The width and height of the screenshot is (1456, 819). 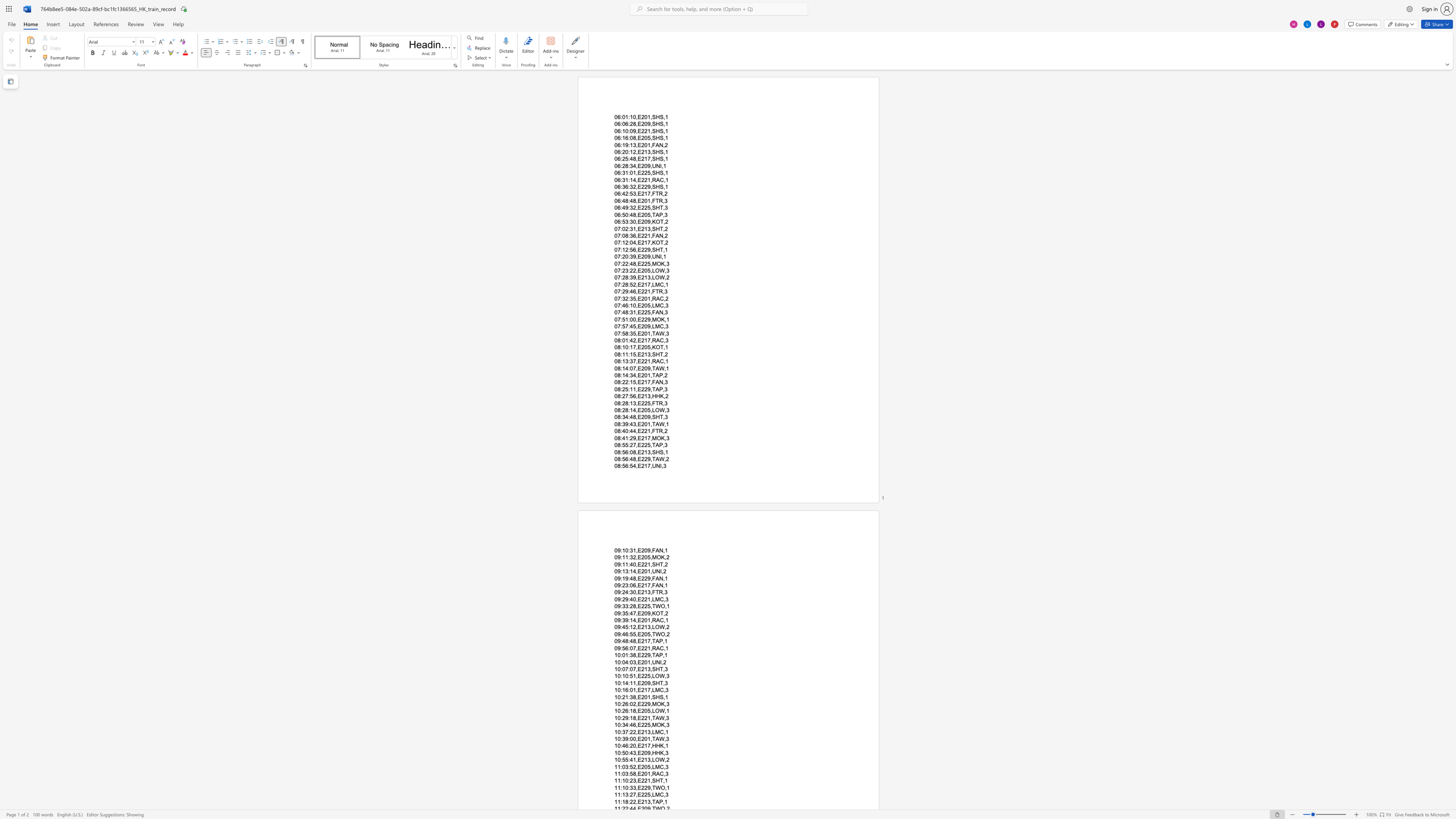 What do you see at coordinates (637, 207) in the screenshot?
I see `the subset text "E225" within the text "06:49:32,E225,SHT,3"` at bounding box center [637, 207].